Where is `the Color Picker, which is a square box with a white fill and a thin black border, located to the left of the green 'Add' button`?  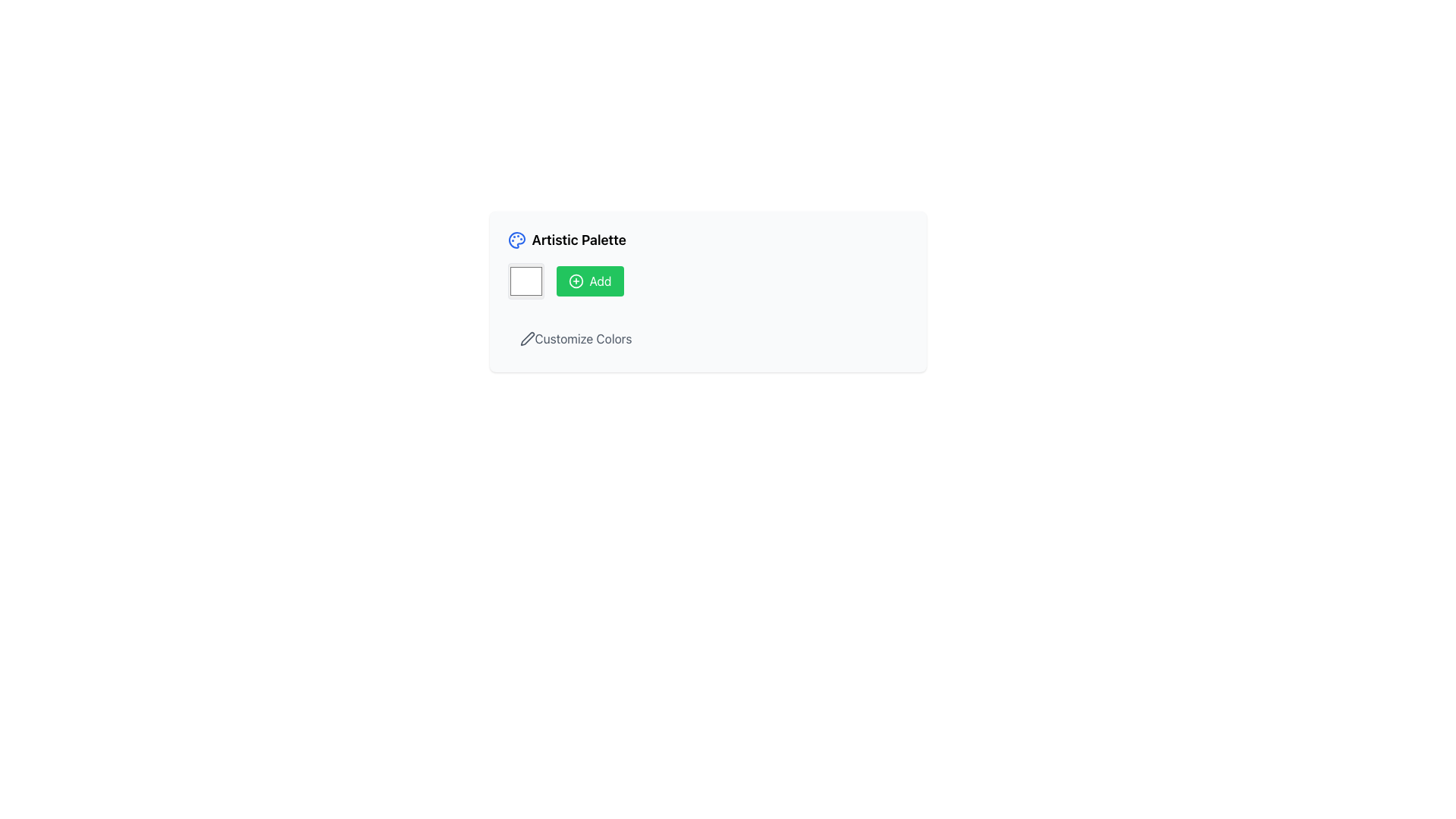 the Color Picker, which is a square box with a white fill and a thin black border, located to the left of the green 'Add' button is located at coordinates (526, 281).